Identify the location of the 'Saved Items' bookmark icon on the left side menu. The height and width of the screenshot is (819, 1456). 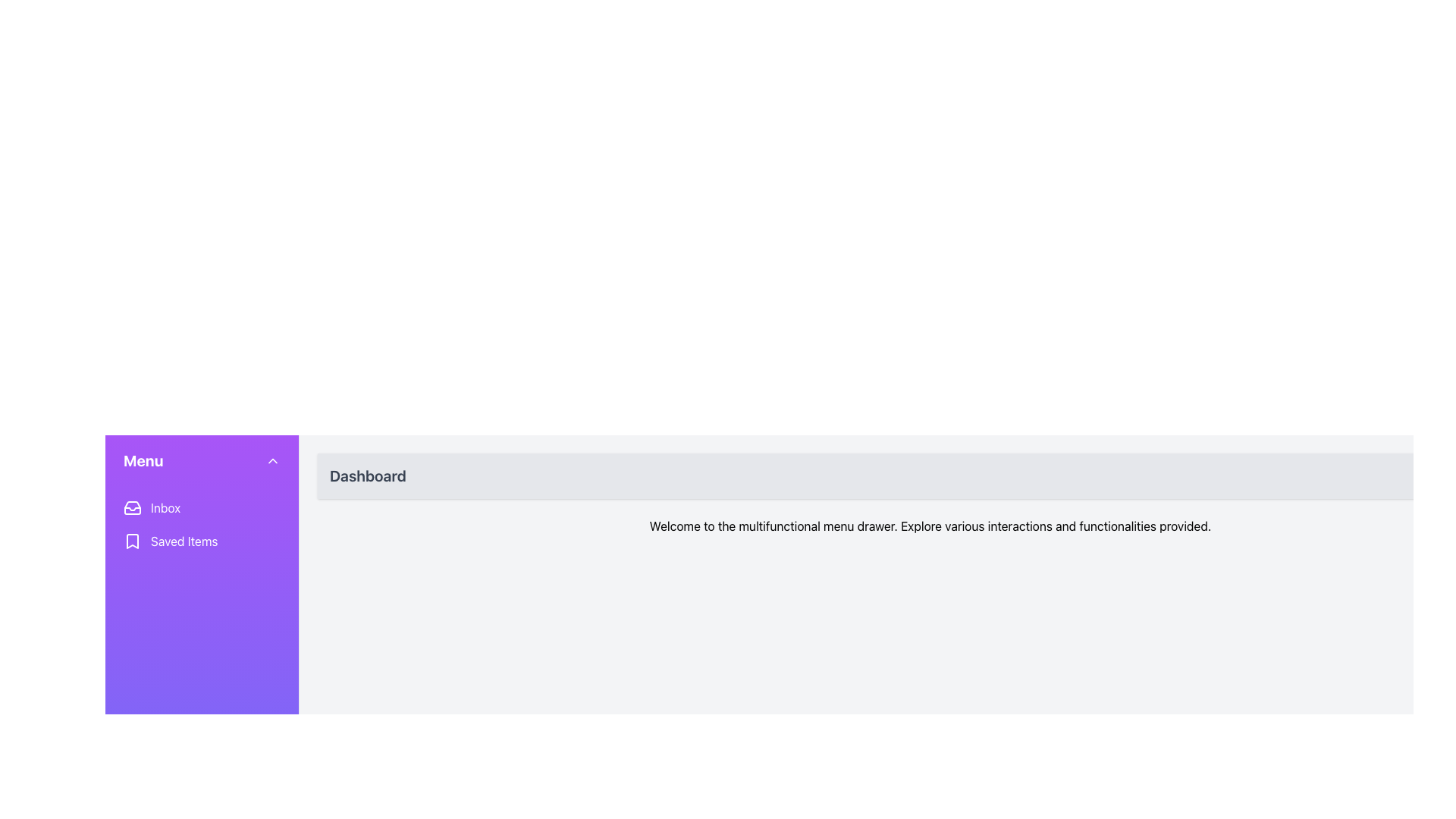
(132, 540).